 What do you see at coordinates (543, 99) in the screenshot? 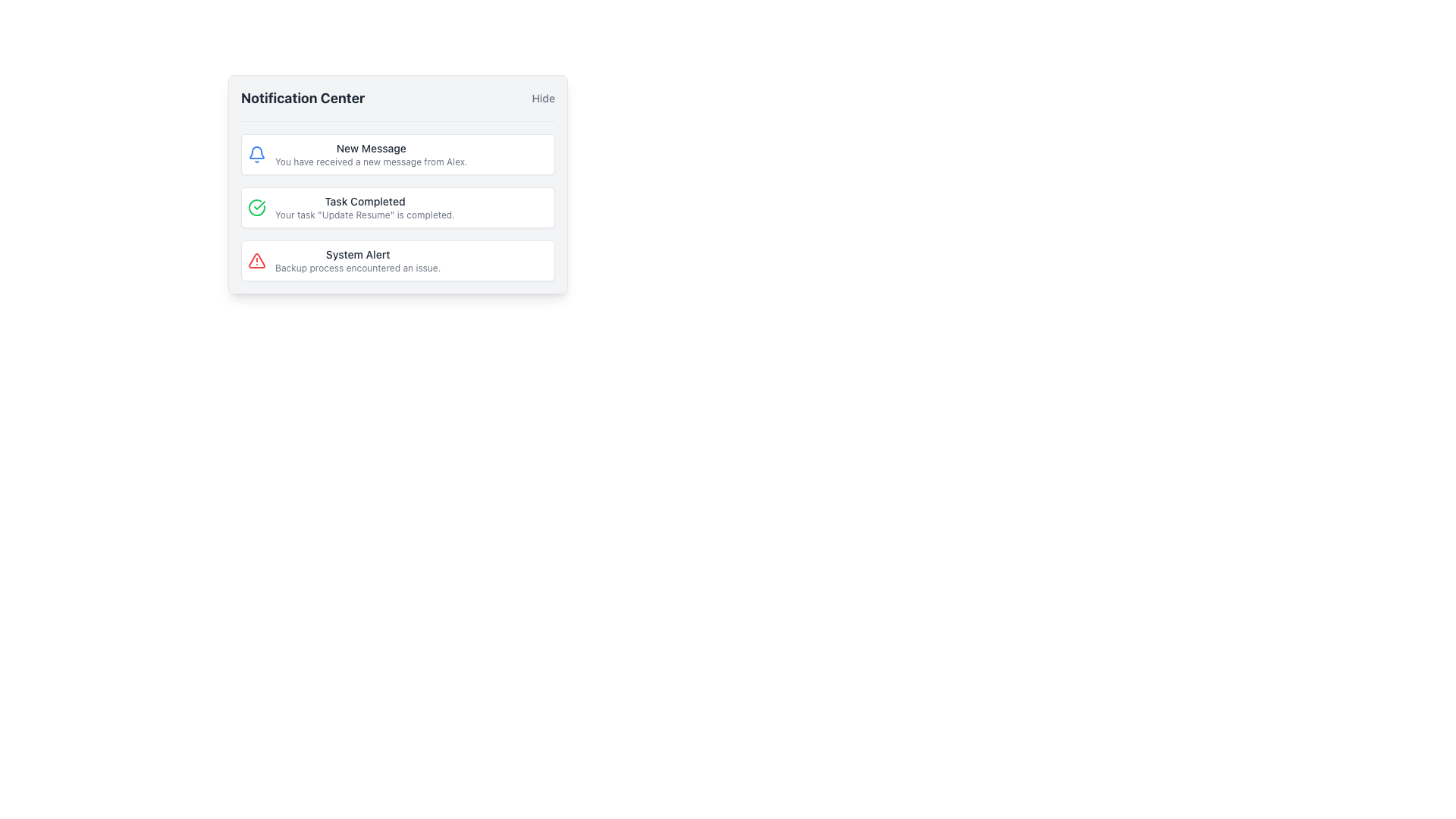
I see `the clickable label or text button in the top-right corner of the notification center's header to hide the notification center` at bounding box center [543, 99].